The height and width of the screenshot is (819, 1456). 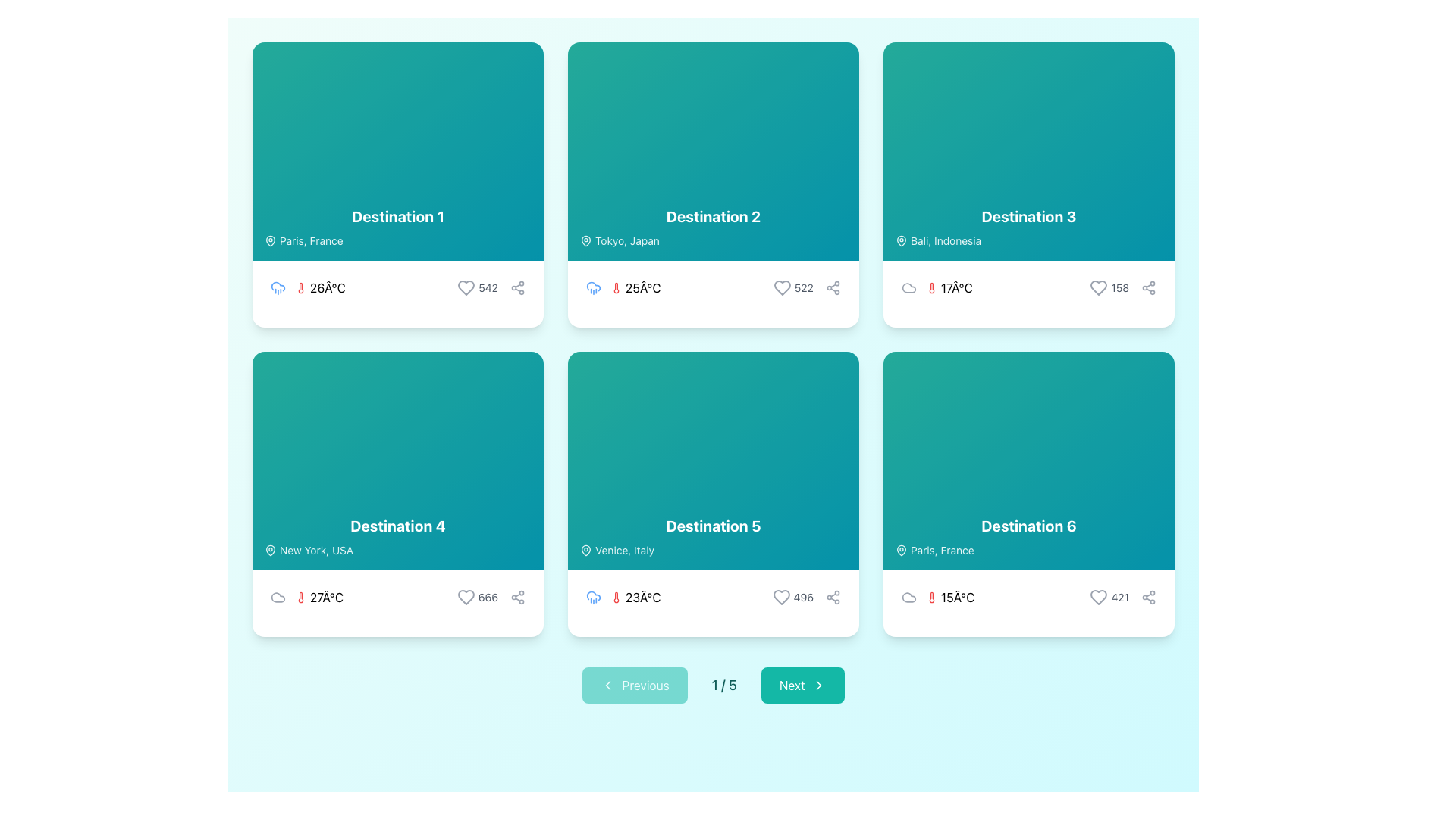 I want to click on the share icon button located at the bottom section of the 'Destination 1' card, which is positioned to the right of the heart icon and the numerical text '542', to initiate the sharing action, so click(x=517, y=288).